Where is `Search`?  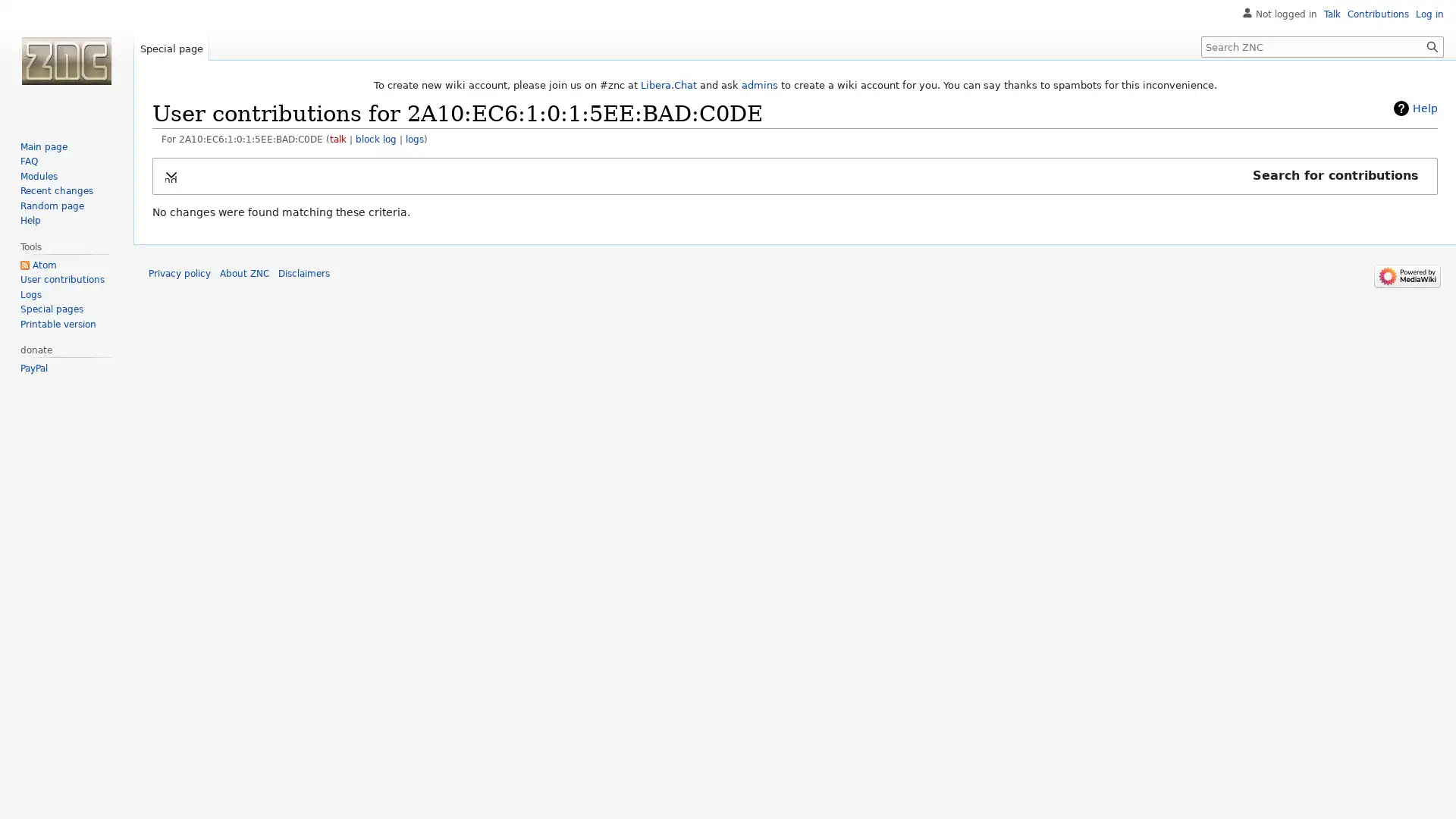 Search is located at coordinates (1432, 45).